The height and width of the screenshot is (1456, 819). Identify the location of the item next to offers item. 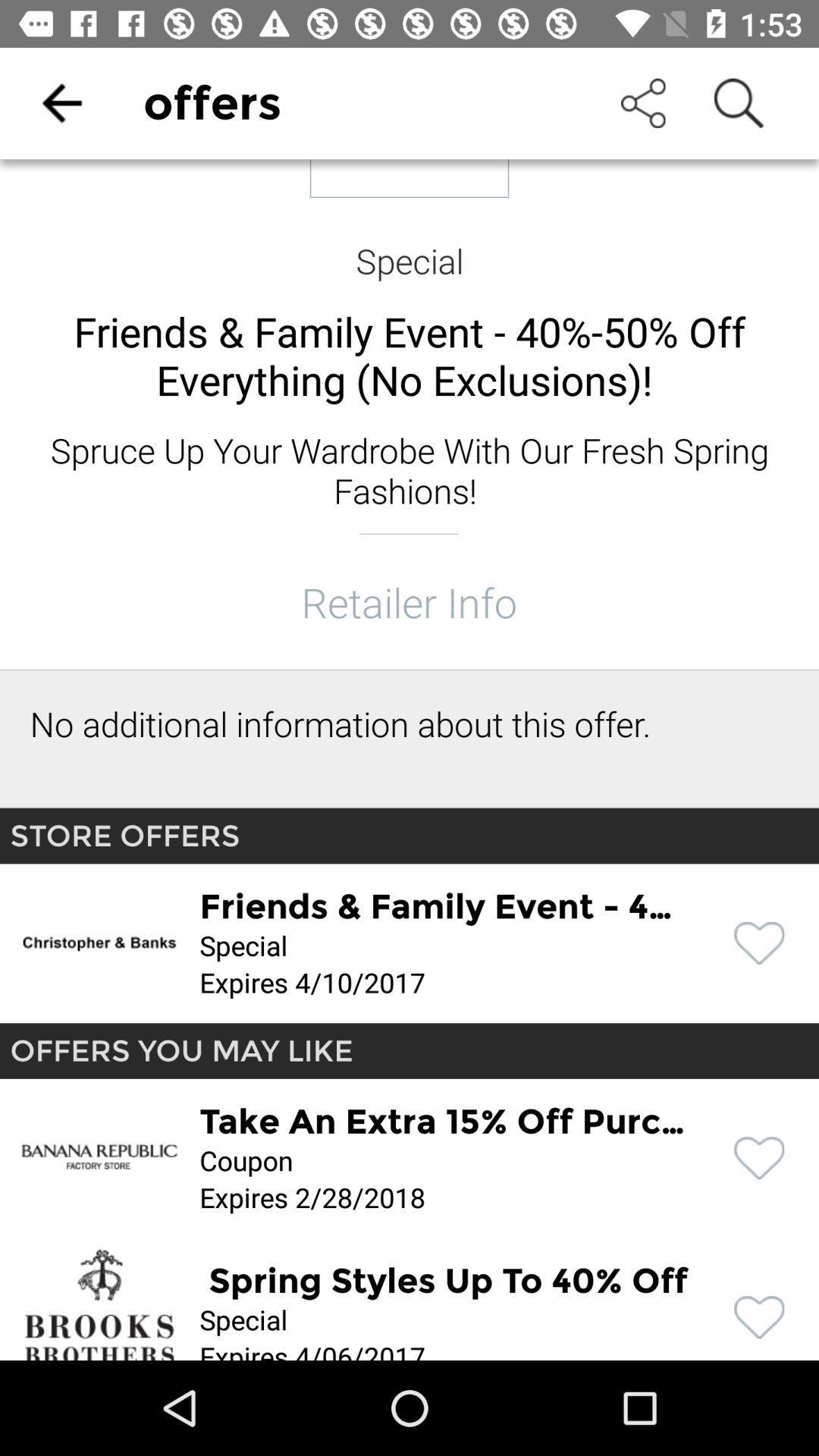
(61, 102).